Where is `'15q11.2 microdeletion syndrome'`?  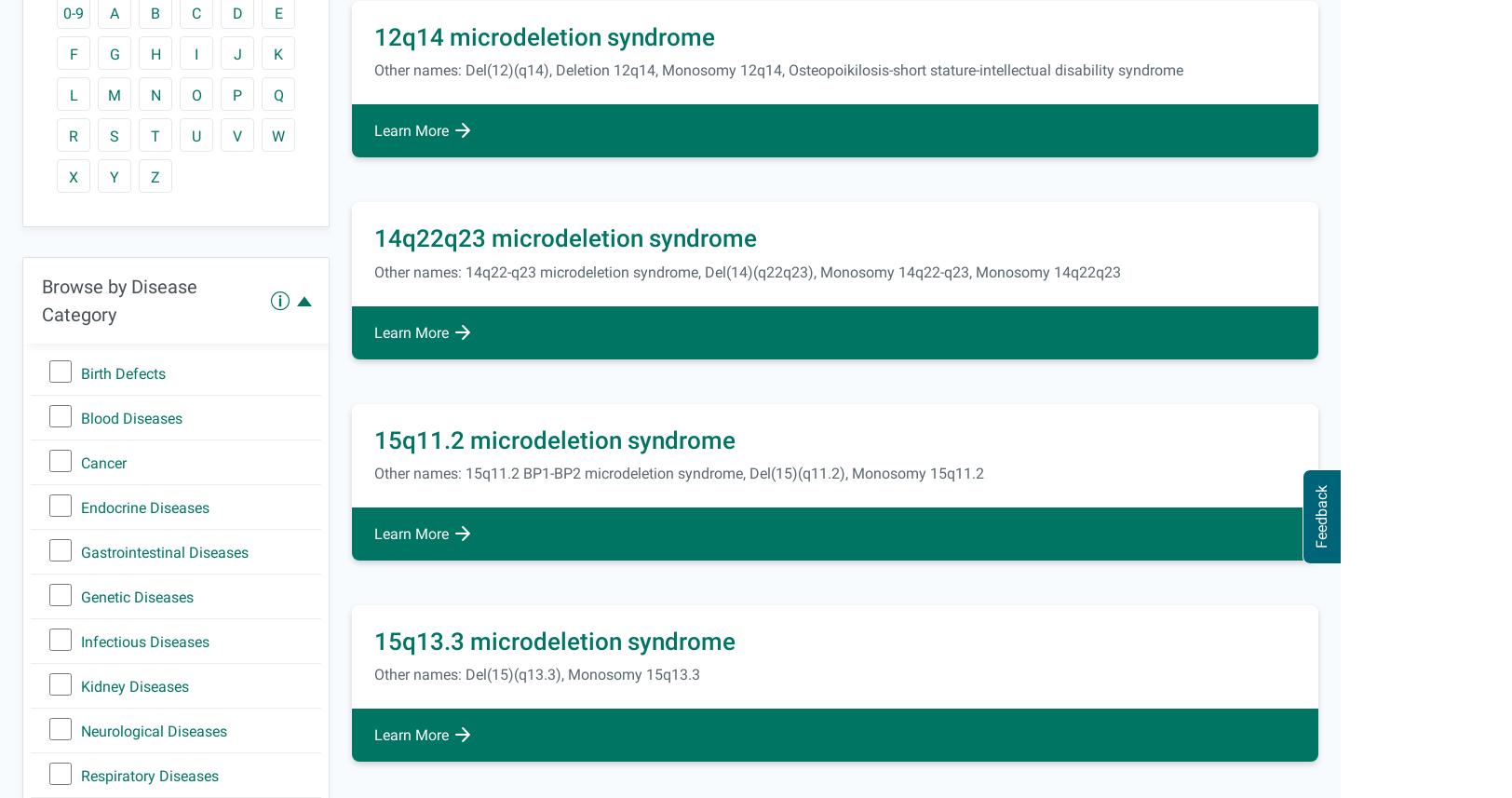
'15q11.2 microdeletion syndrome' is located at coordinates (373, 440).